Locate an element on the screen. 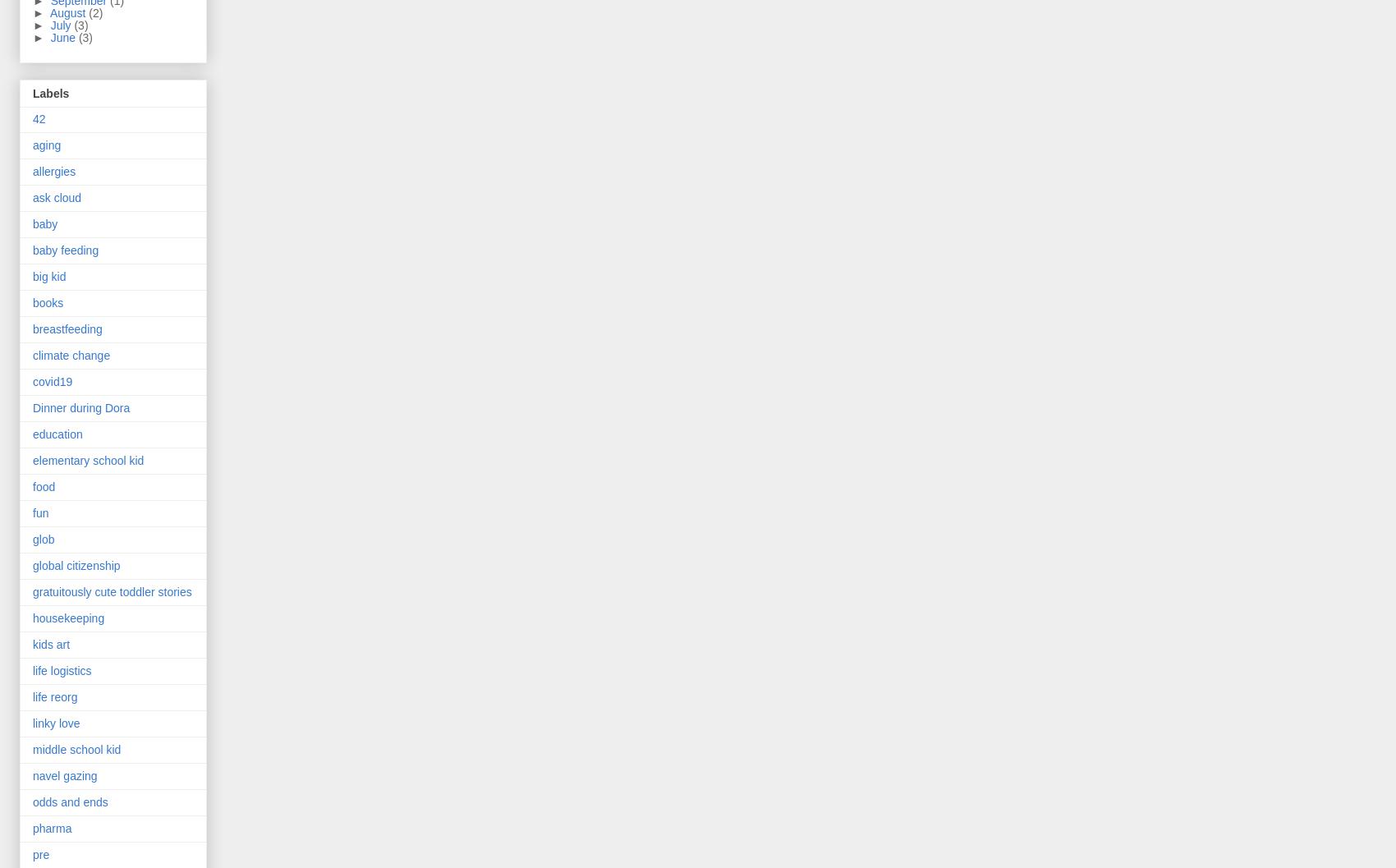 The height and width of the screenshot is (868, 1396). 'baby feeding' is located at coordinates (32, 250).